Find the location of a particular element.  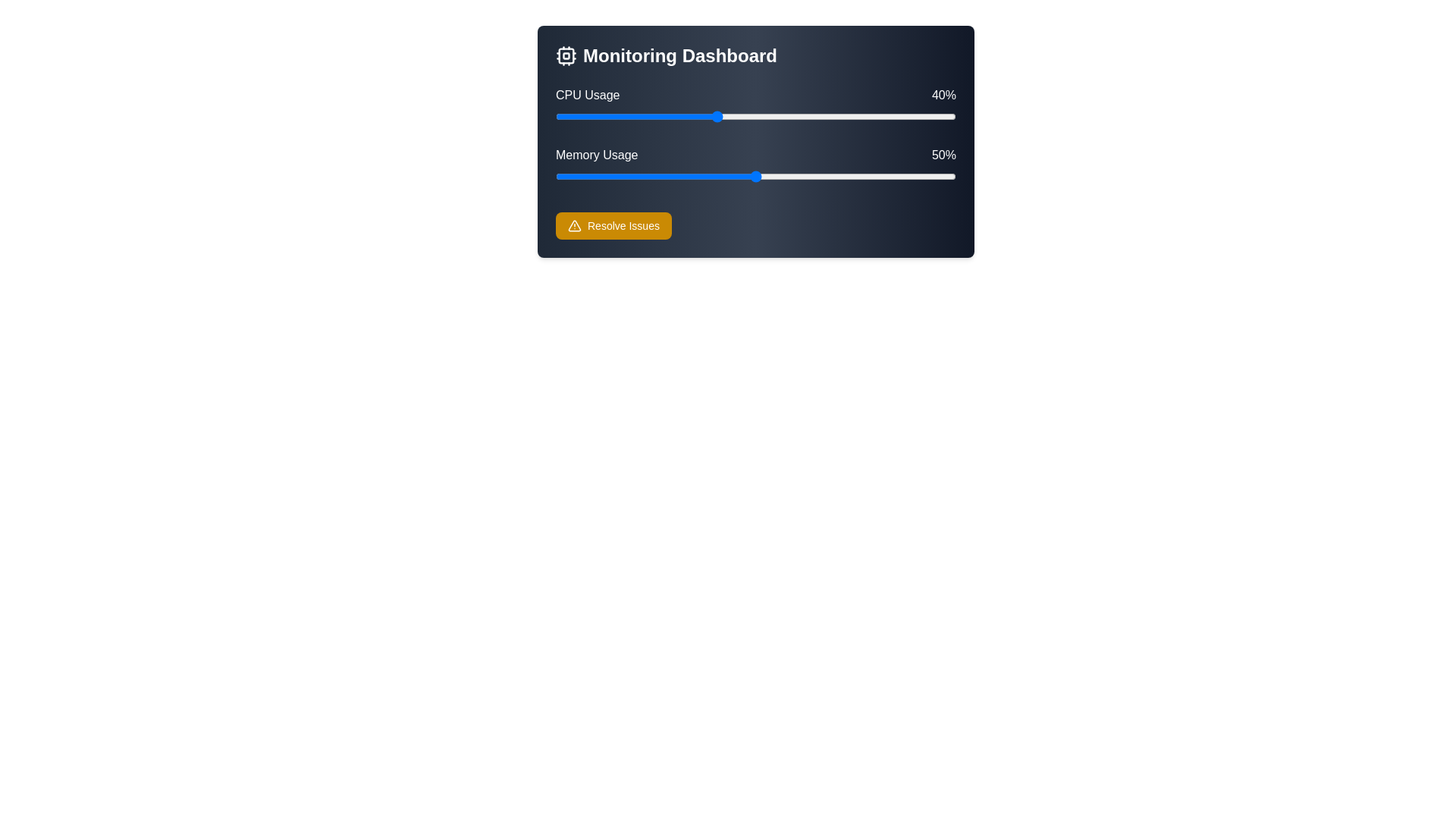

CPU usage is located at coordinates (892, 116).